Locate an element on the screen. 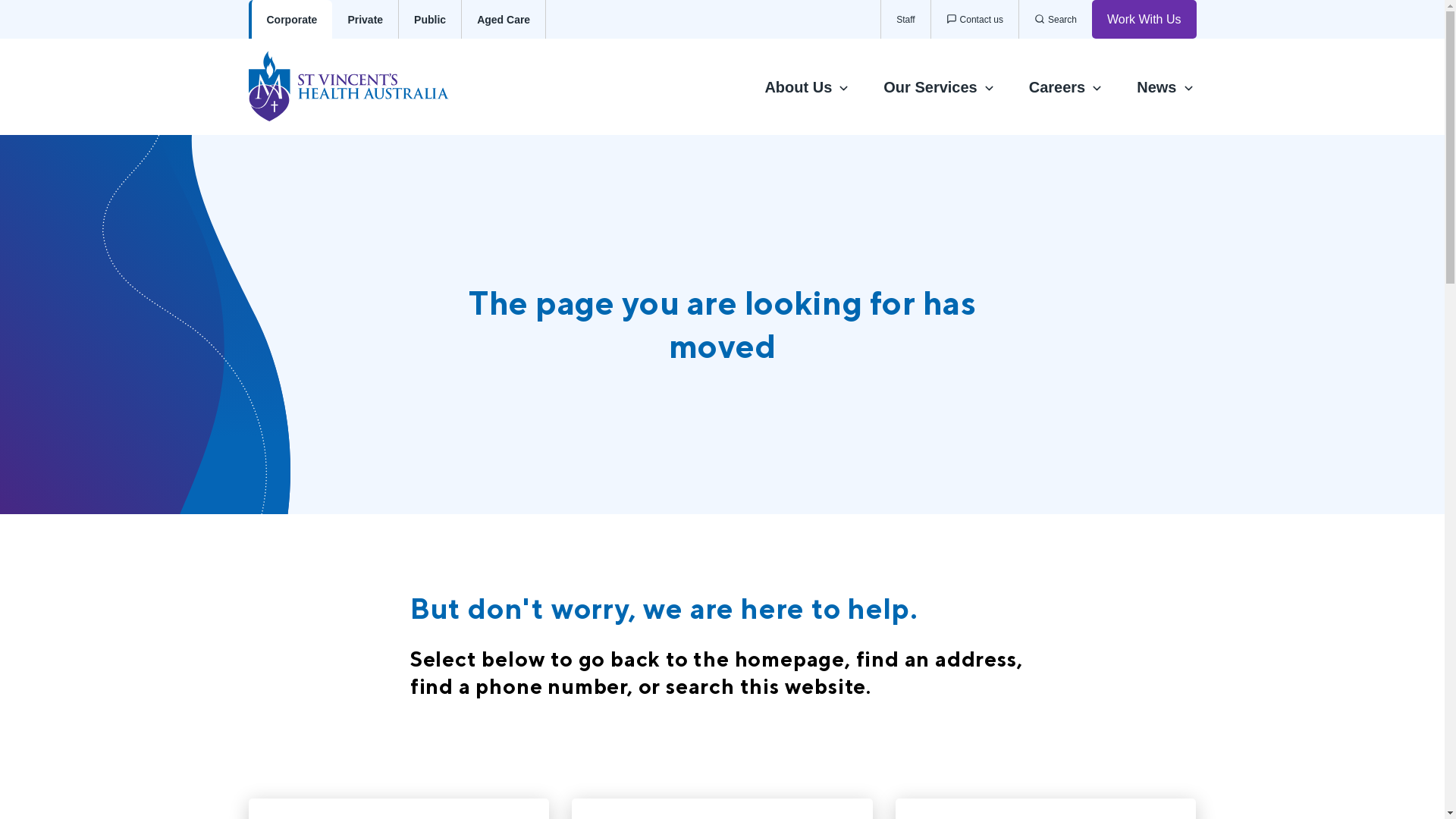 The image size is (1456, 819). 'Private' is located at coordinates (365, 19).